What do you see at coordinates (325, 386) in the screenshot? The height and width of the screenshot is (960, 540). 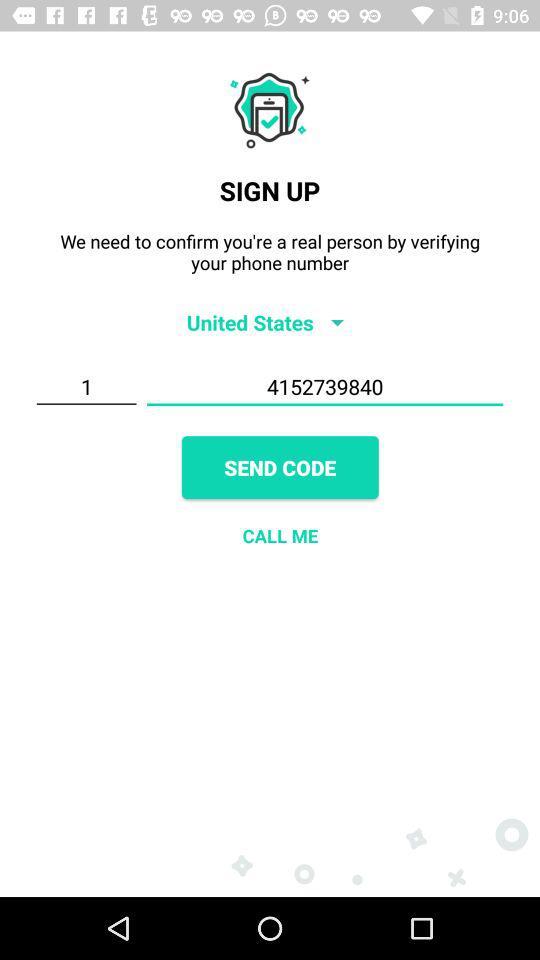 I see `item to the right of 1` at bounding box center [325, 386].